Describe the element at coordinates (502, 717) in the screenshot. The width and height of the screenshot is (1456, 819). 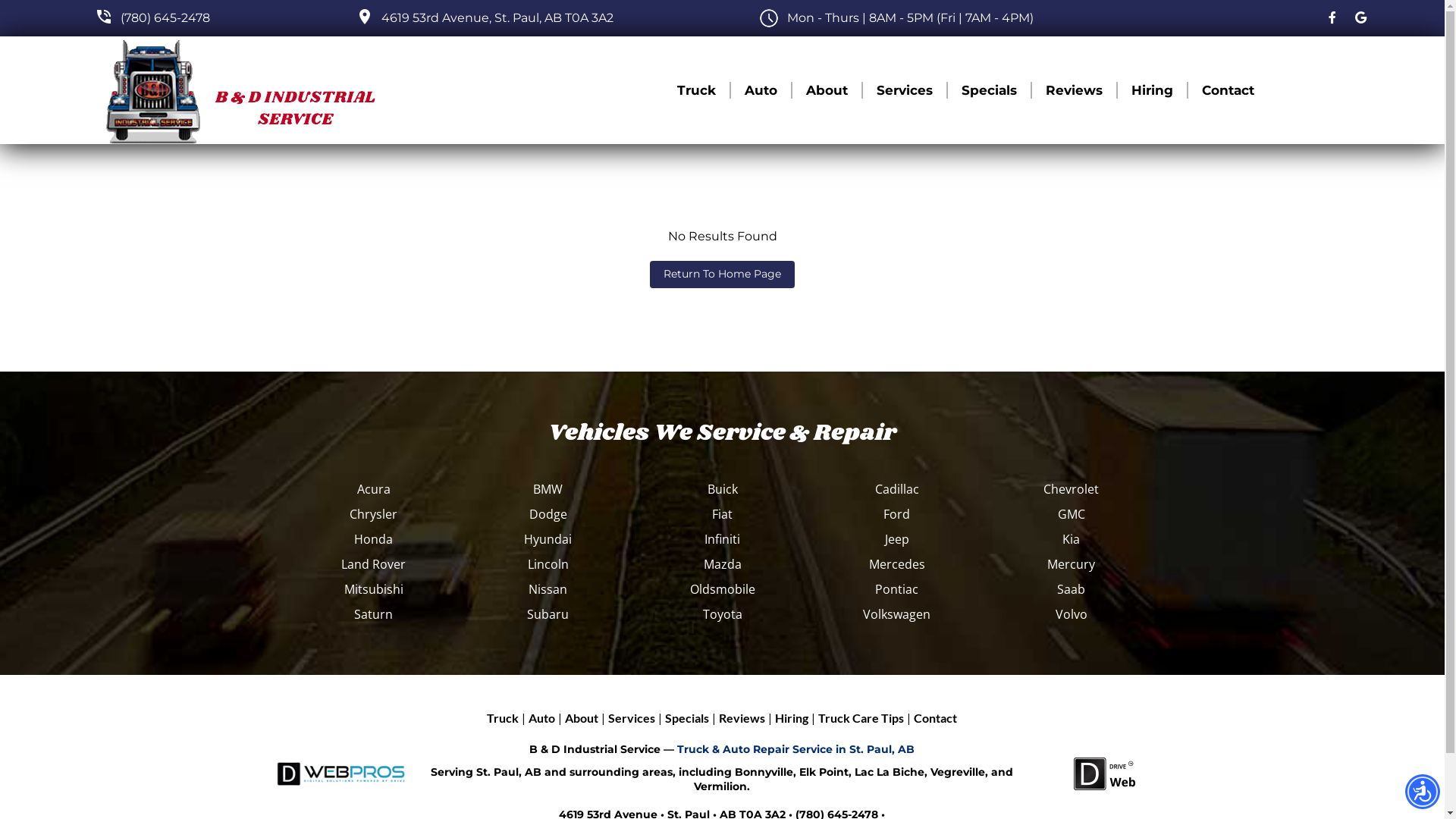
I see `'Truck'` at that location.